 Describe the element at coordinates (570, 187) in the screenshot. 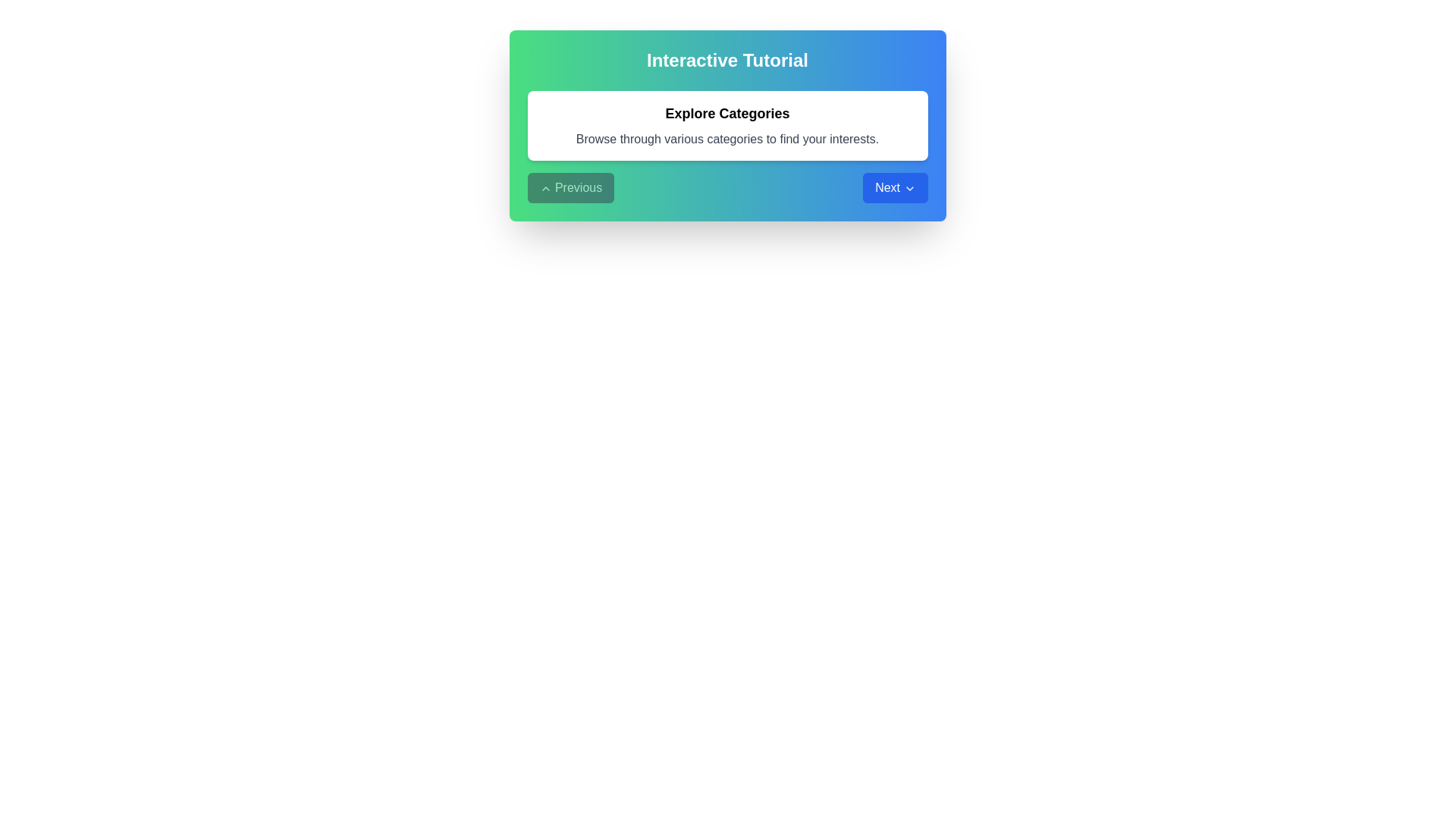

I see `the 'Previous' button to navigate to the previous step` at that location.